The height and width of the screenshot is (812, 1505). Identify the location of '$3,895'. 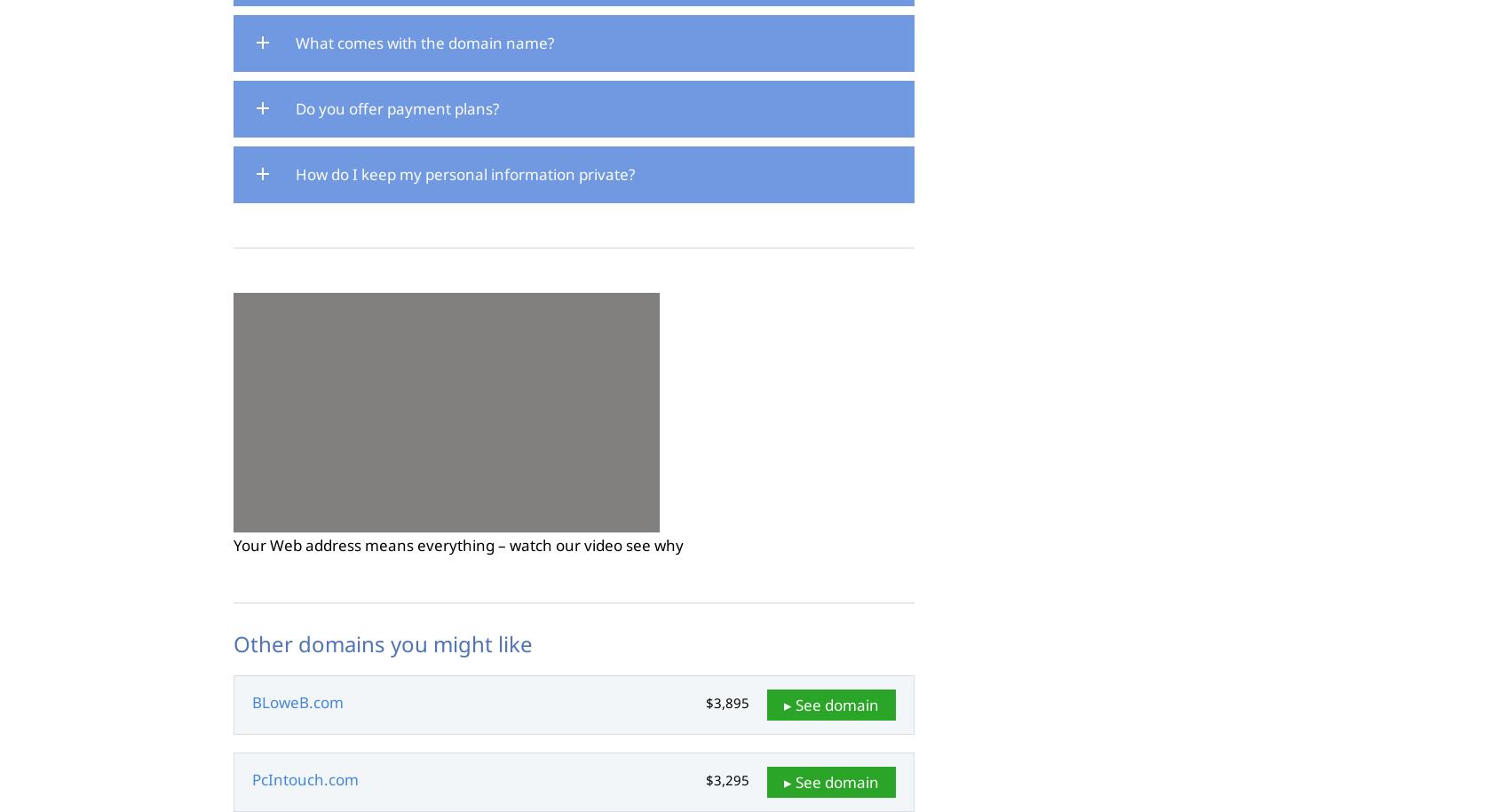
(726, 702).